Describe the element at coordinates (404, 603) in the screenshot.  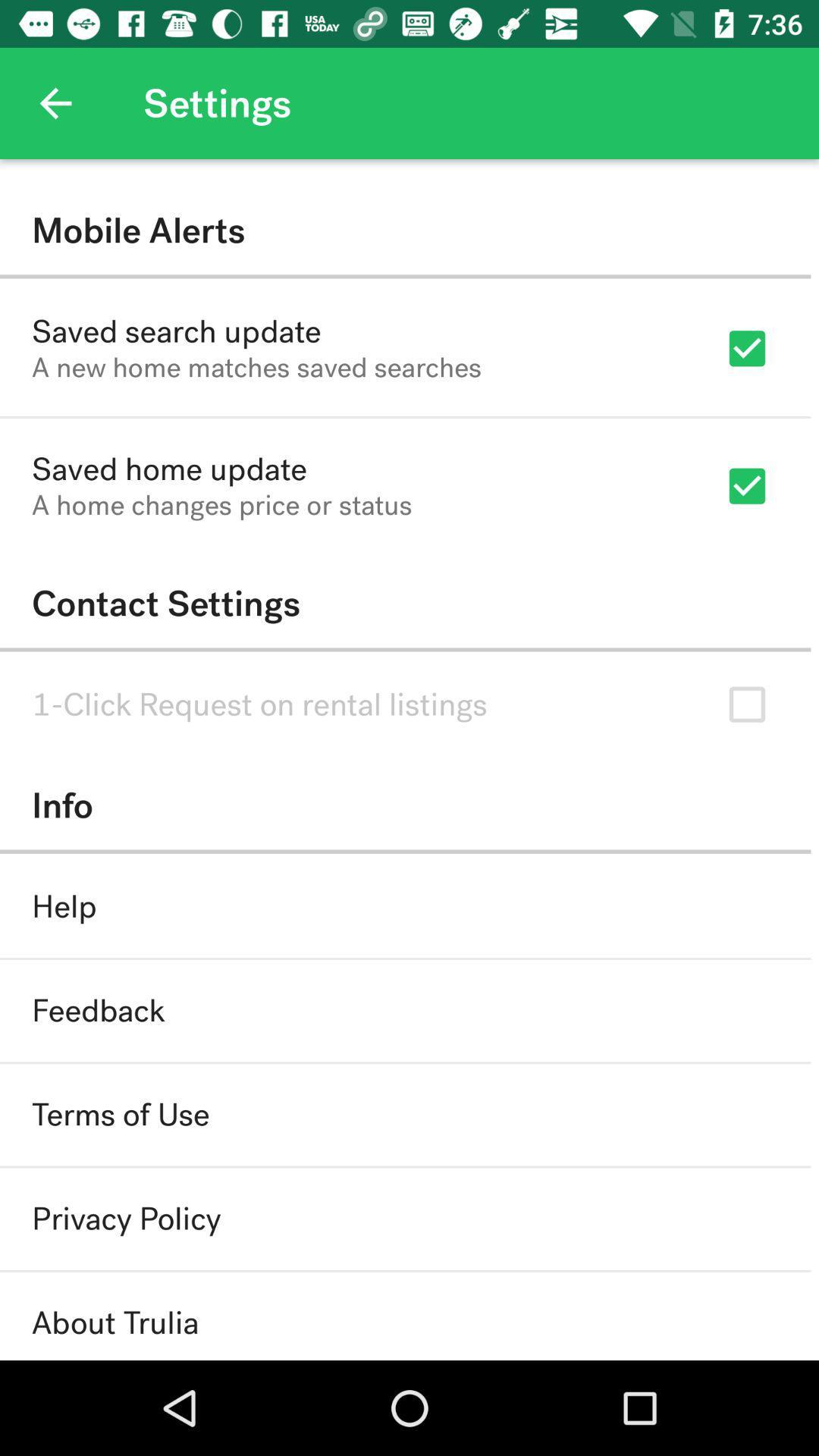
I see `item below the a home changes icon` at that location.